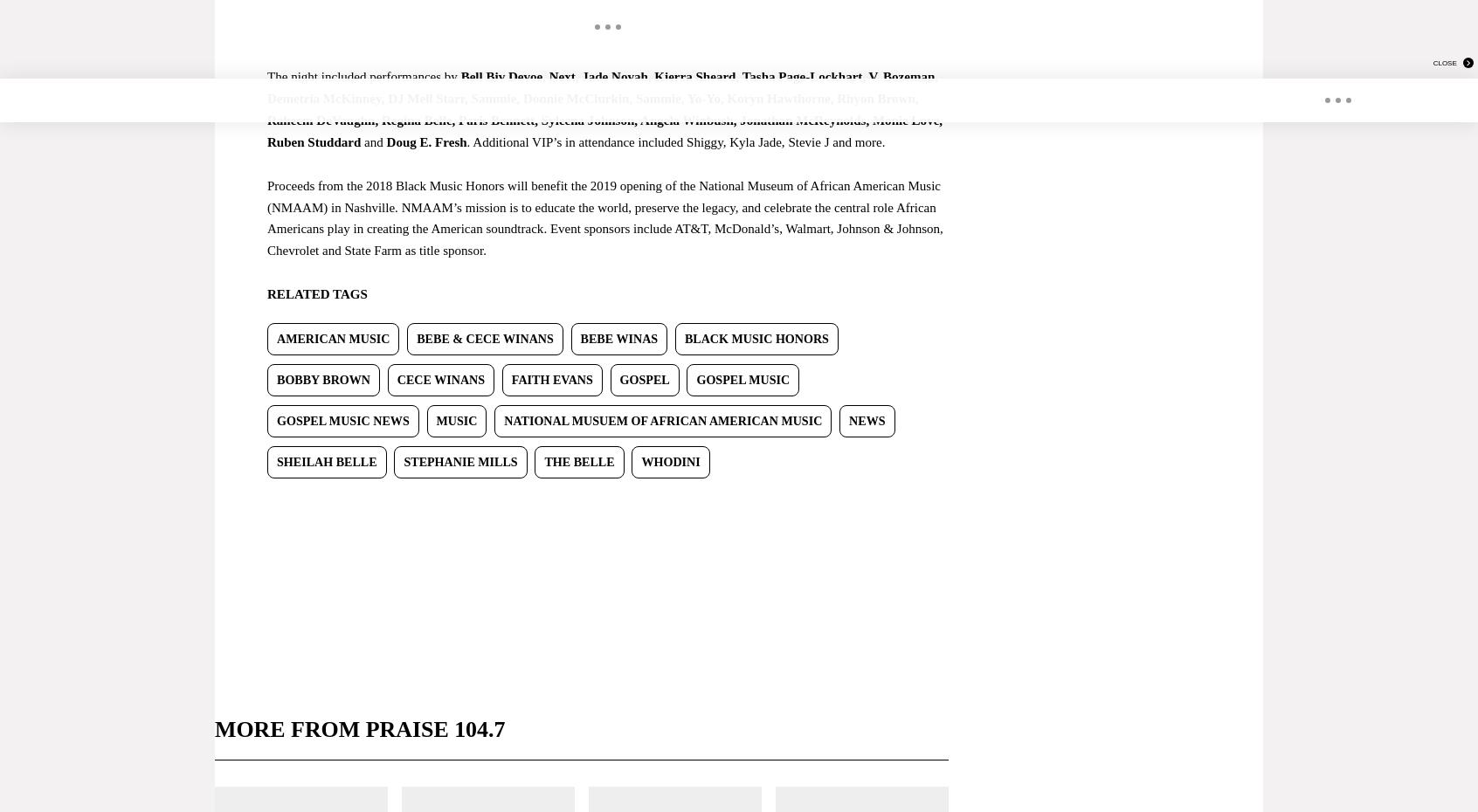 The height and width of the screenshot is (812, 1478). What do you see at coordinates (604, 217) in the screenshot?
I see `'Proceeds from the 2018 Black Music Honors will benefit the 2019 opening of the National Museum of African American Music (NMAAM) in Nashville. NMAAM’s mission is to educate the world, preserve the legacy, and celebrate the central role African Americans play in creating the American soundtrack. Event sponsors include AT&T, McDonald’s, Walmart, Johnson & Johnson, Chevrolet and State Farm as title sponsor.'` at bounding box center [604, 217].